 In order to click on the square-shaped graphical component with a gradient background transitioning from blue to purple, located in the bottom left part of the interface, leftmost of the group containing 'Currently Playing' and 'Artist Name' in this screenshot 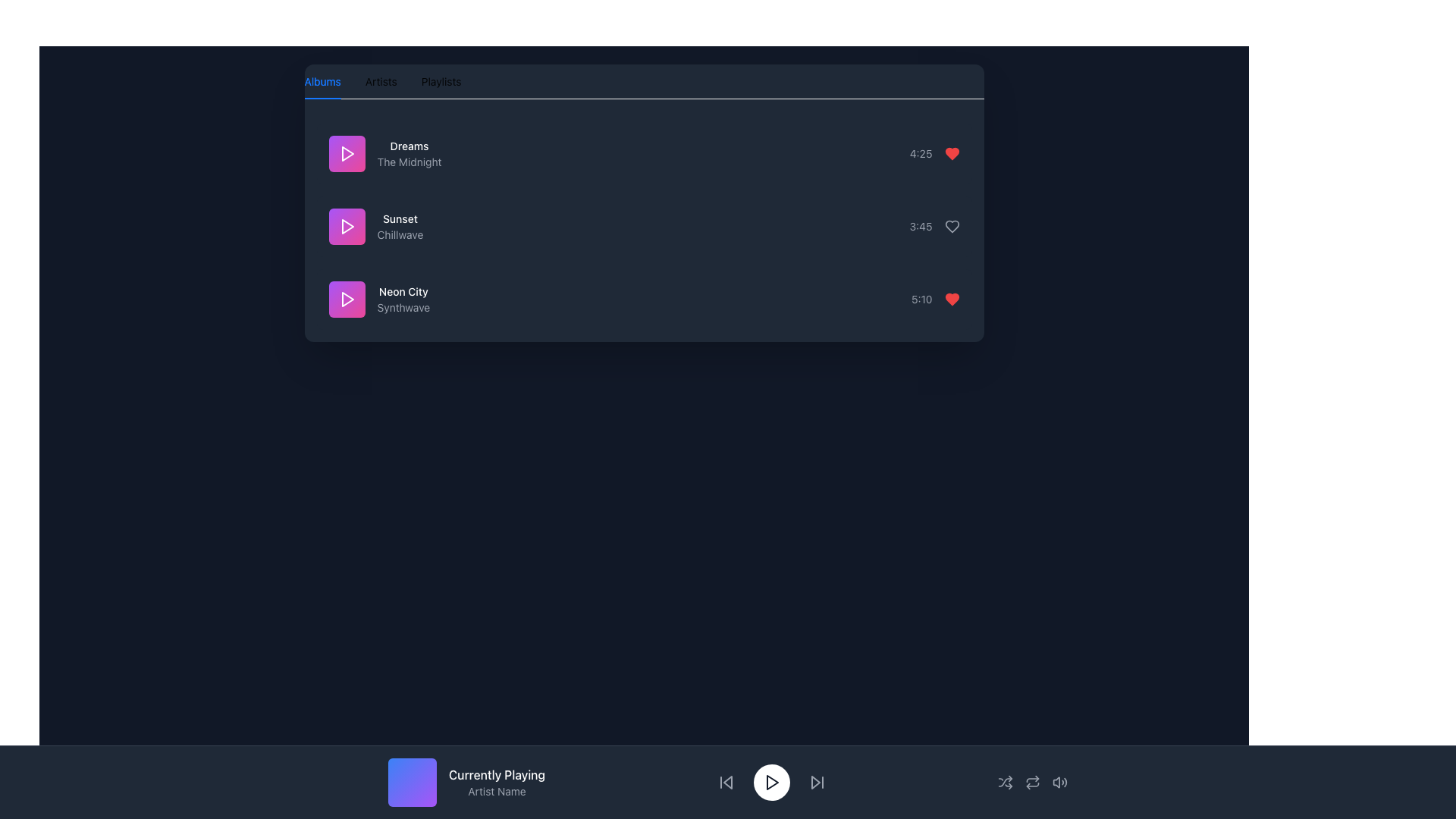, I will do `click(412, 783)`.